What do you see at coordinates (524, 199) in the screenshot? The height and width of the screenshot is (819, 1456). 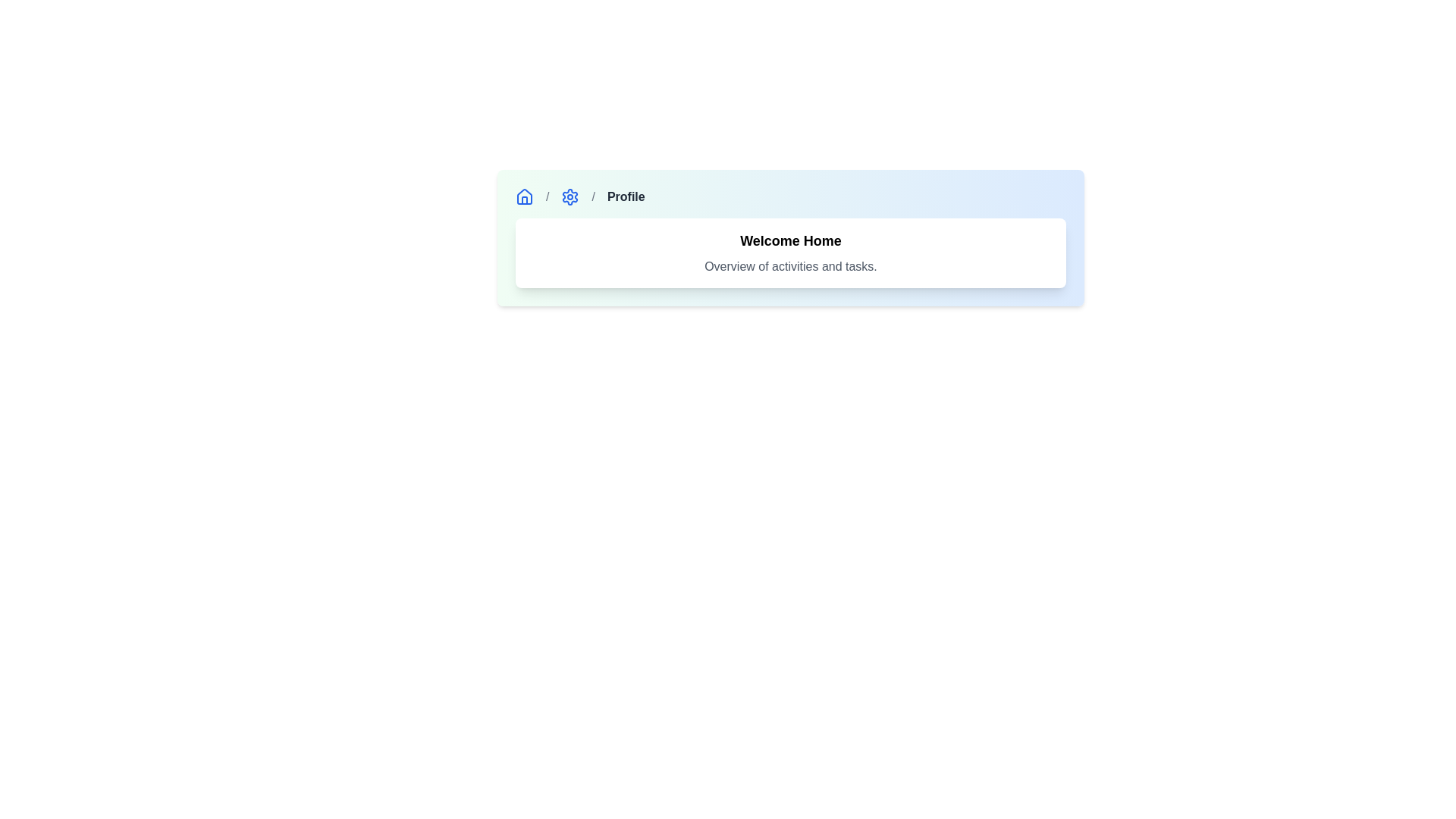 I see `the visual representation of the lower section of the house icon within the SVG element, which is part of the breadcrumb navigation bar` at bounding box center [524, 199].